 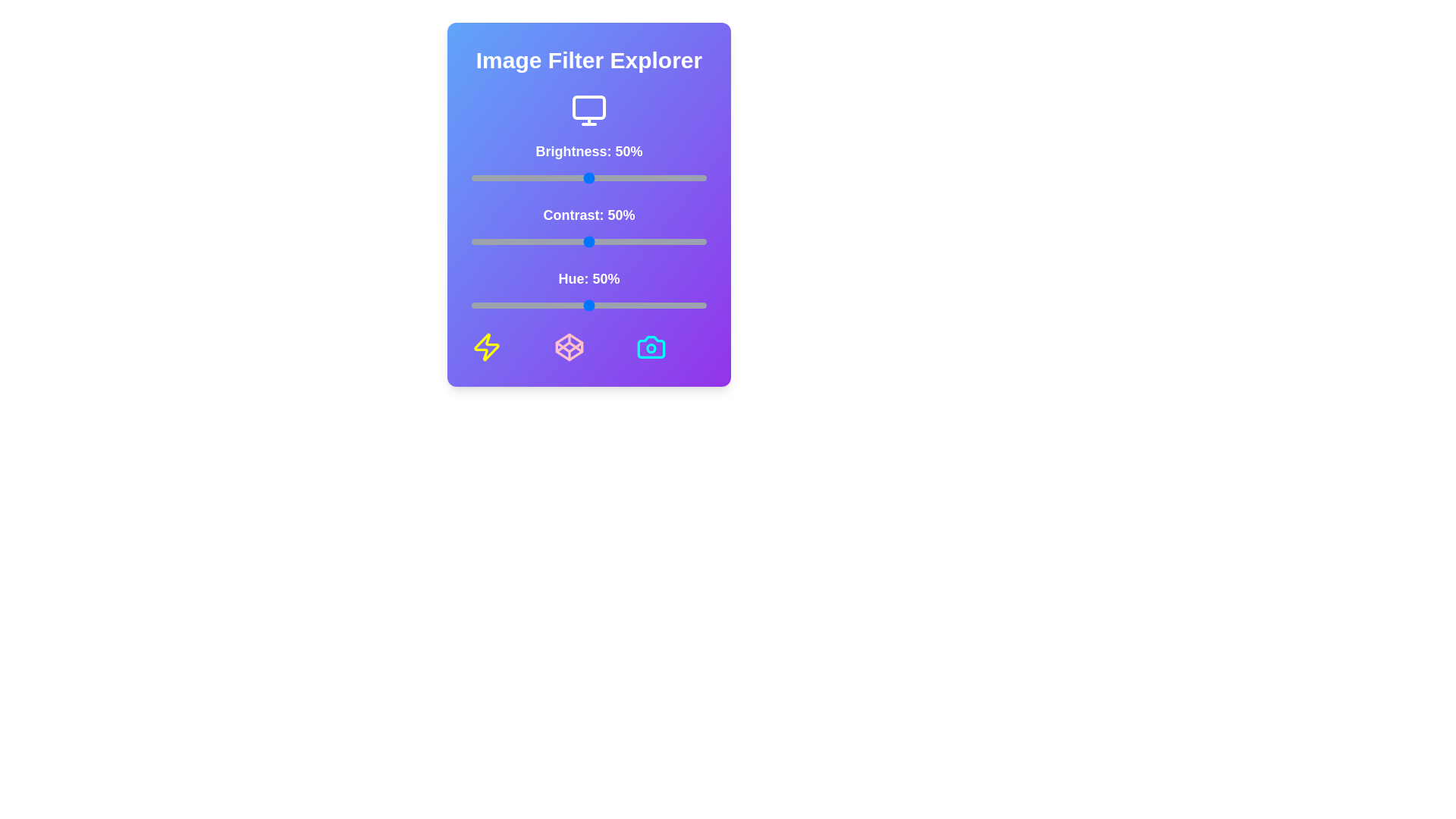 I want to click on the contrast slider to 63%, so click(x=620, y=241).